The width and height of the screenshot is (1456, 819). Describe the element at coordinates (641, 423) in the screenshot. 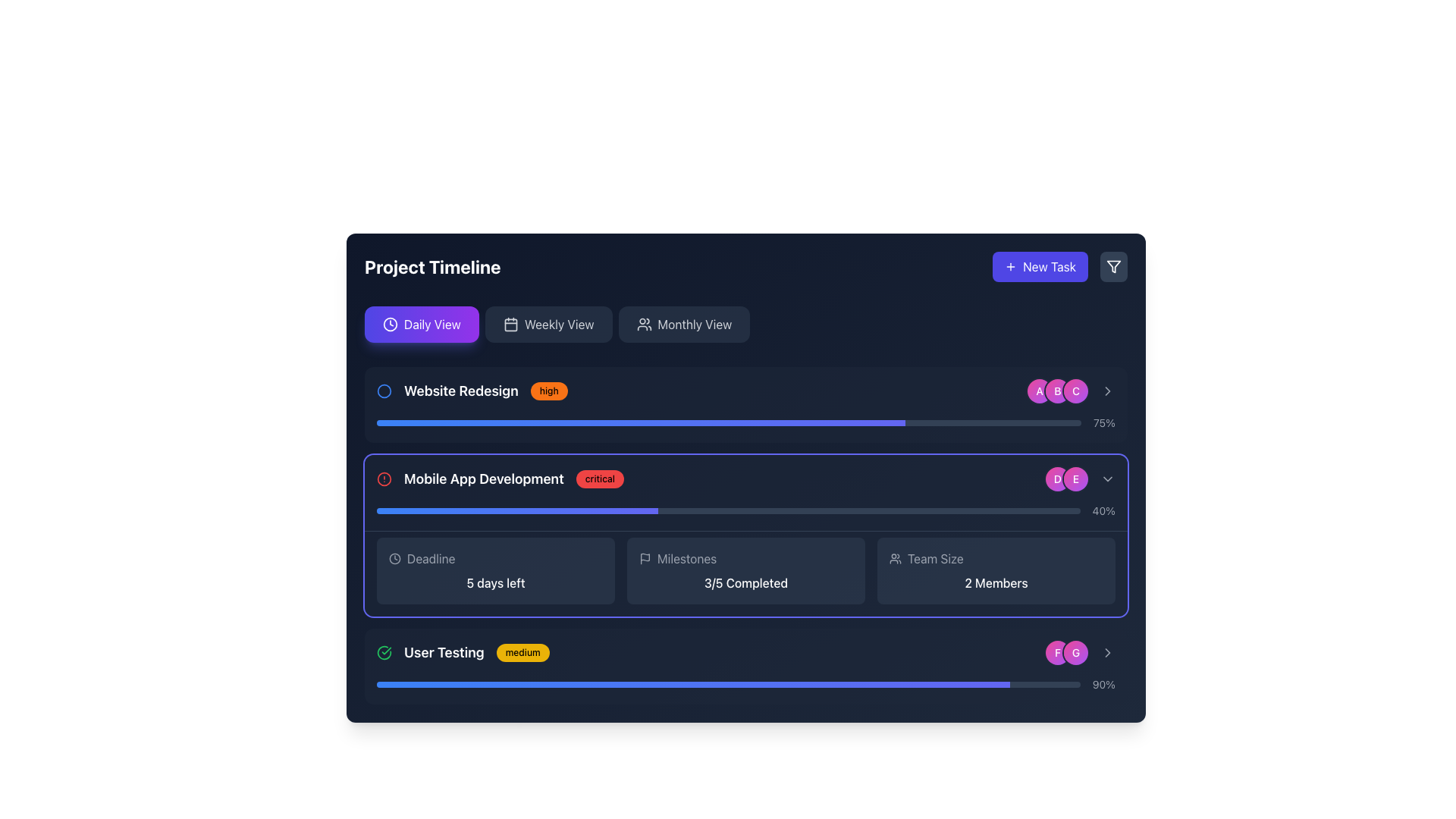

I see `surrounding elements of the progress bar indicator within the 'Website Redesign' task card, which shows 75% completion` at that location.